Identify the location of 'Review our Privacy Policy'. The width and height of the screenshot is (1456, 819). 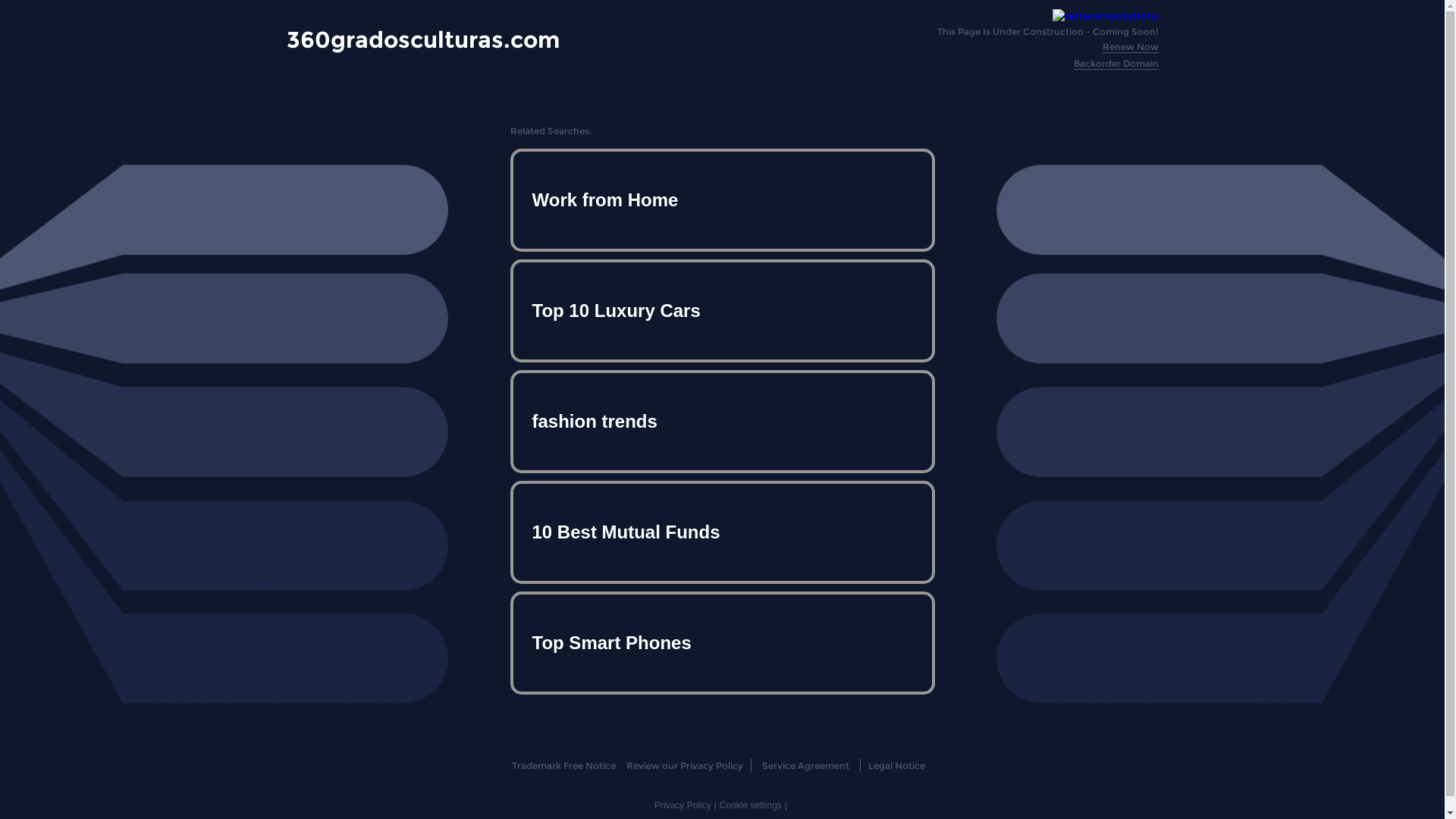
(683, 765).